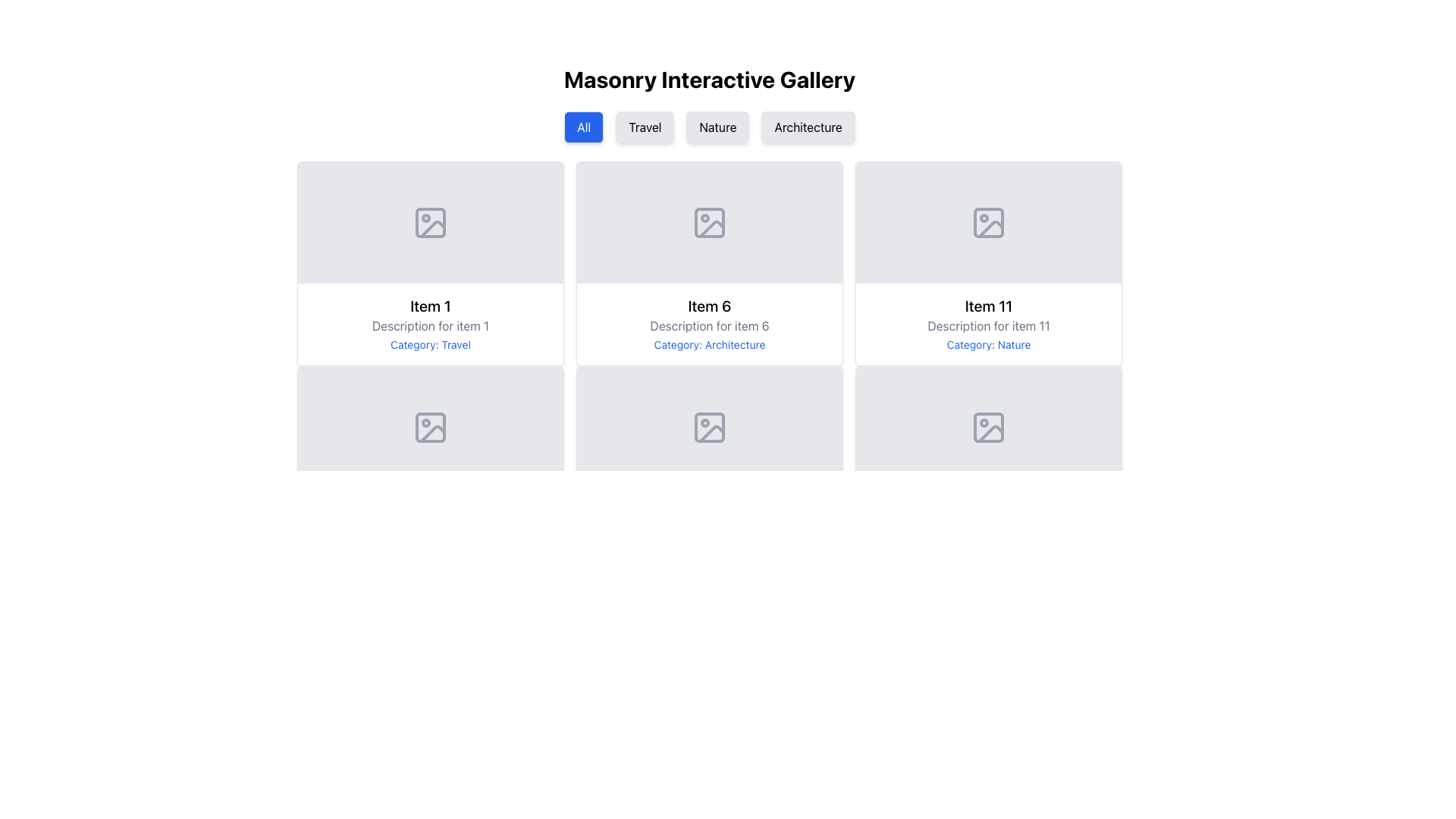 The image size is (1456, 819). I want to click on the image placeholder located at the top-central part of the item display card for 'Item 6', so click(709, 222).